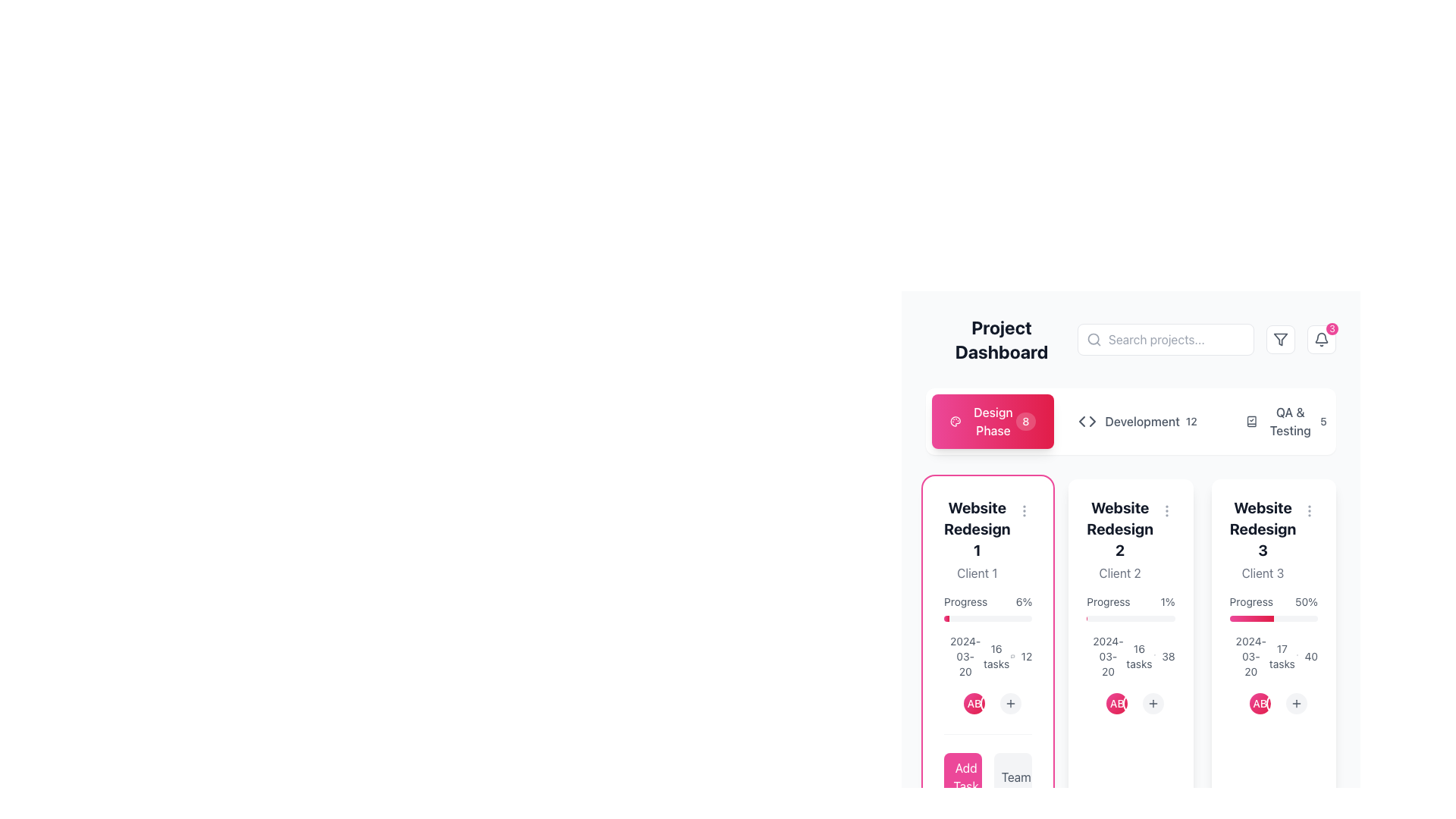 Image resolution: width=1456 pixels, height=819 pixels. I want to click on the ProgressIndicator displaying the progress percentage for the 'Website Redesign 3' project on the Project Dashboard, so click(1251, 619).